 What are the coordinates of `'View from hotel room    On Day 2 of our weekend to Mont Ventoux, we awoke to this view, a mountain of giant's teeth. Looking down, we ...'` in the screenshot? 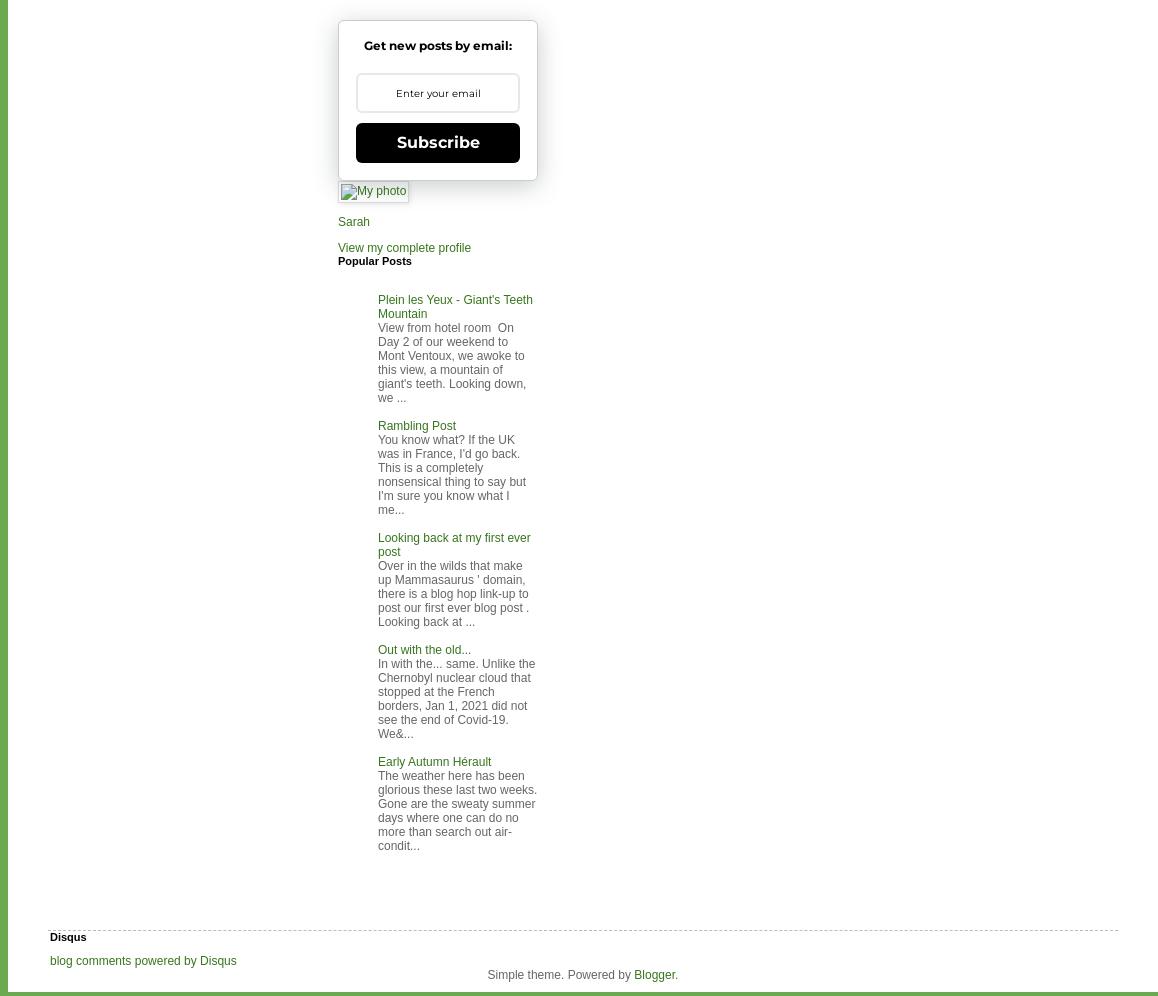 It's located at (451, 363).